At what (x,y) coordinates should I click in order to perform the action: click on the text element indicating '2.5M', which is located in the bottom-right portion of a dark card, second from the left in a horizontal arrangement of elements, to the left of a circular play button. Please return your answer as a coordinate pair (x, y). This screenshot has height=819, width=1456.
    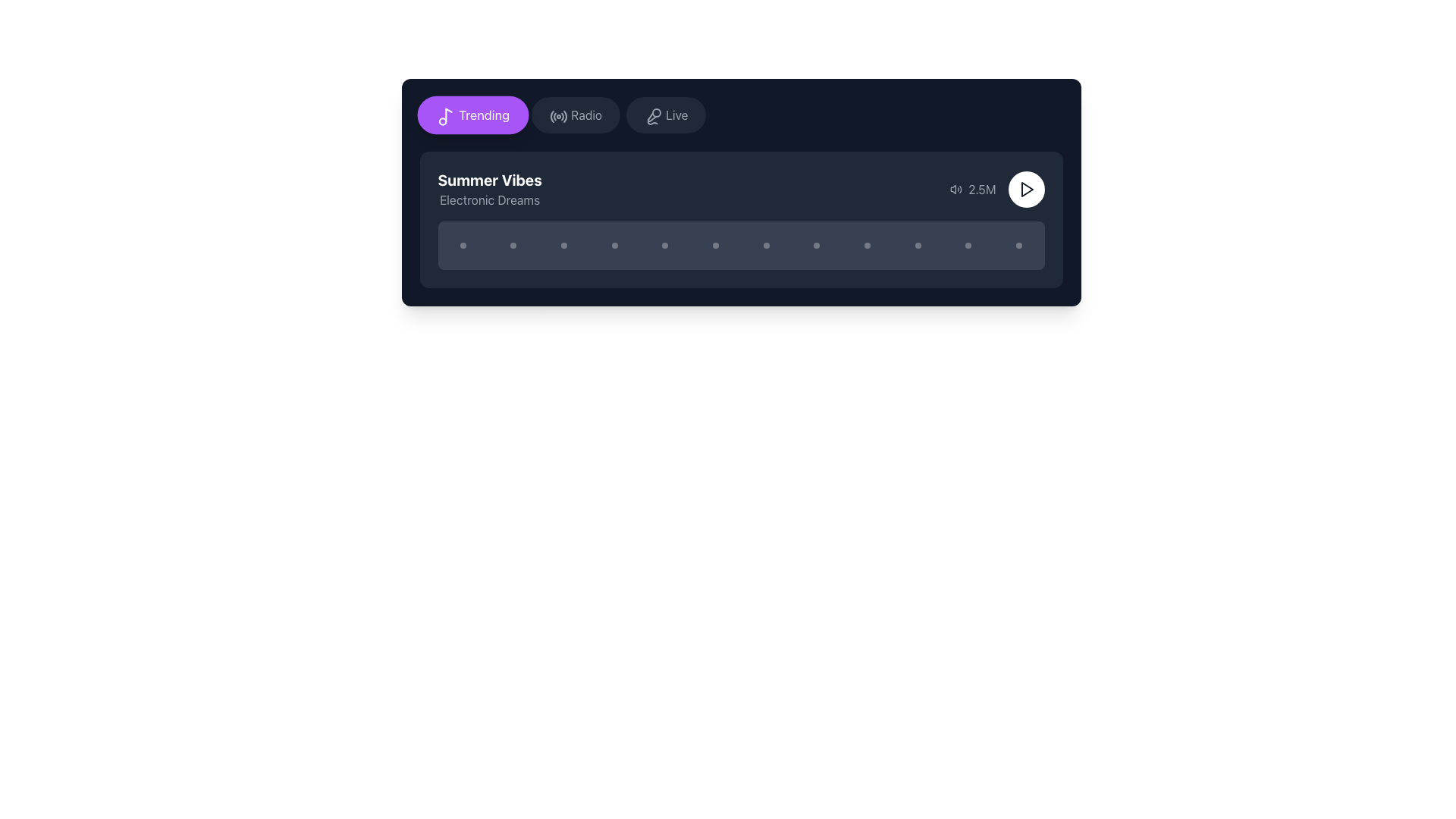
    Looking at the image, I should click on (973, 189).